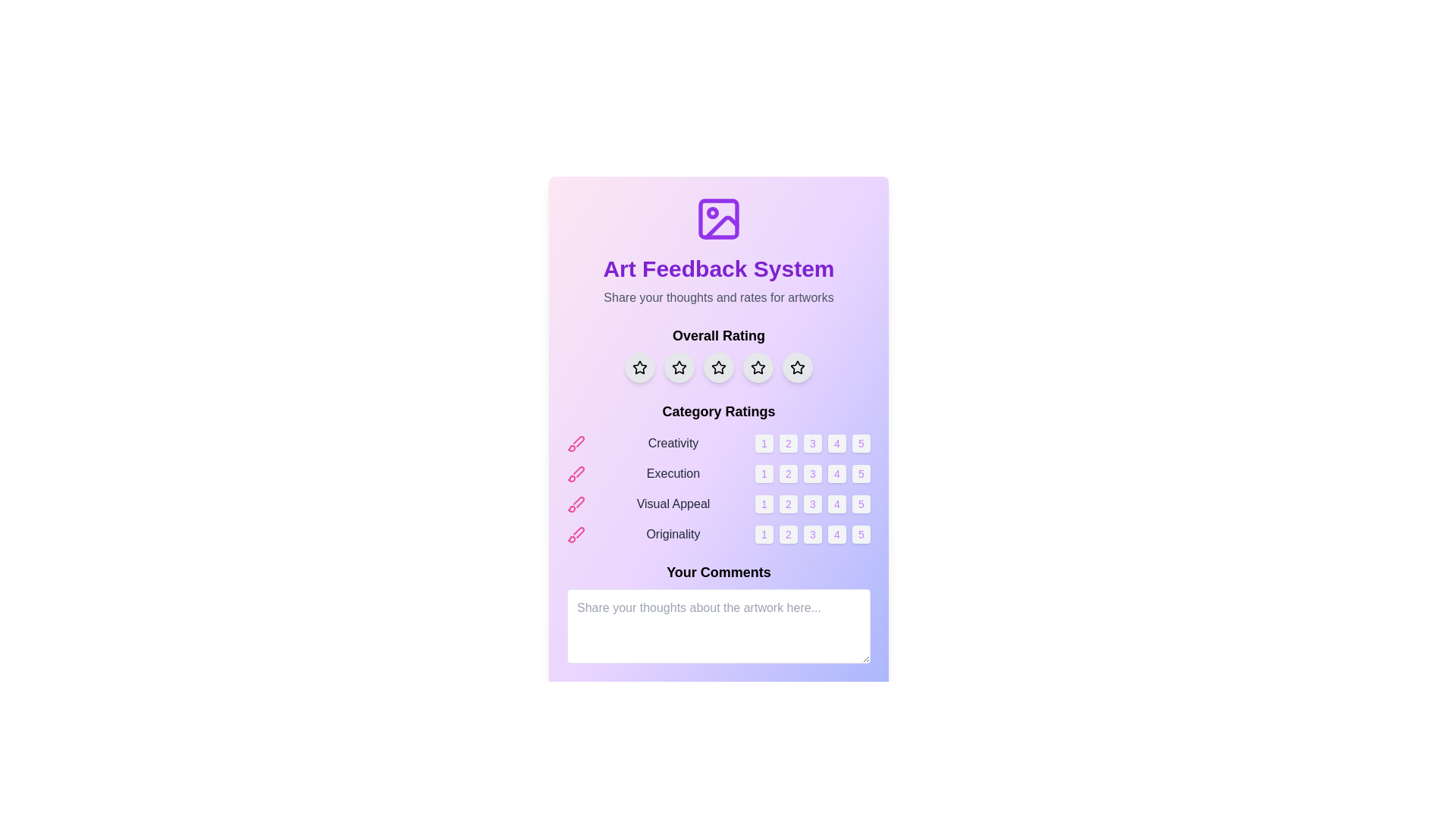  What do you see at coordinates (673, 444) in the screenshot?
I see `the 'Creativity' text label in the 'Category Ratings' section, which is located to the right of a brush icon and to the left of five numeric buttons (1-5)` at bounding box center [673, 444].